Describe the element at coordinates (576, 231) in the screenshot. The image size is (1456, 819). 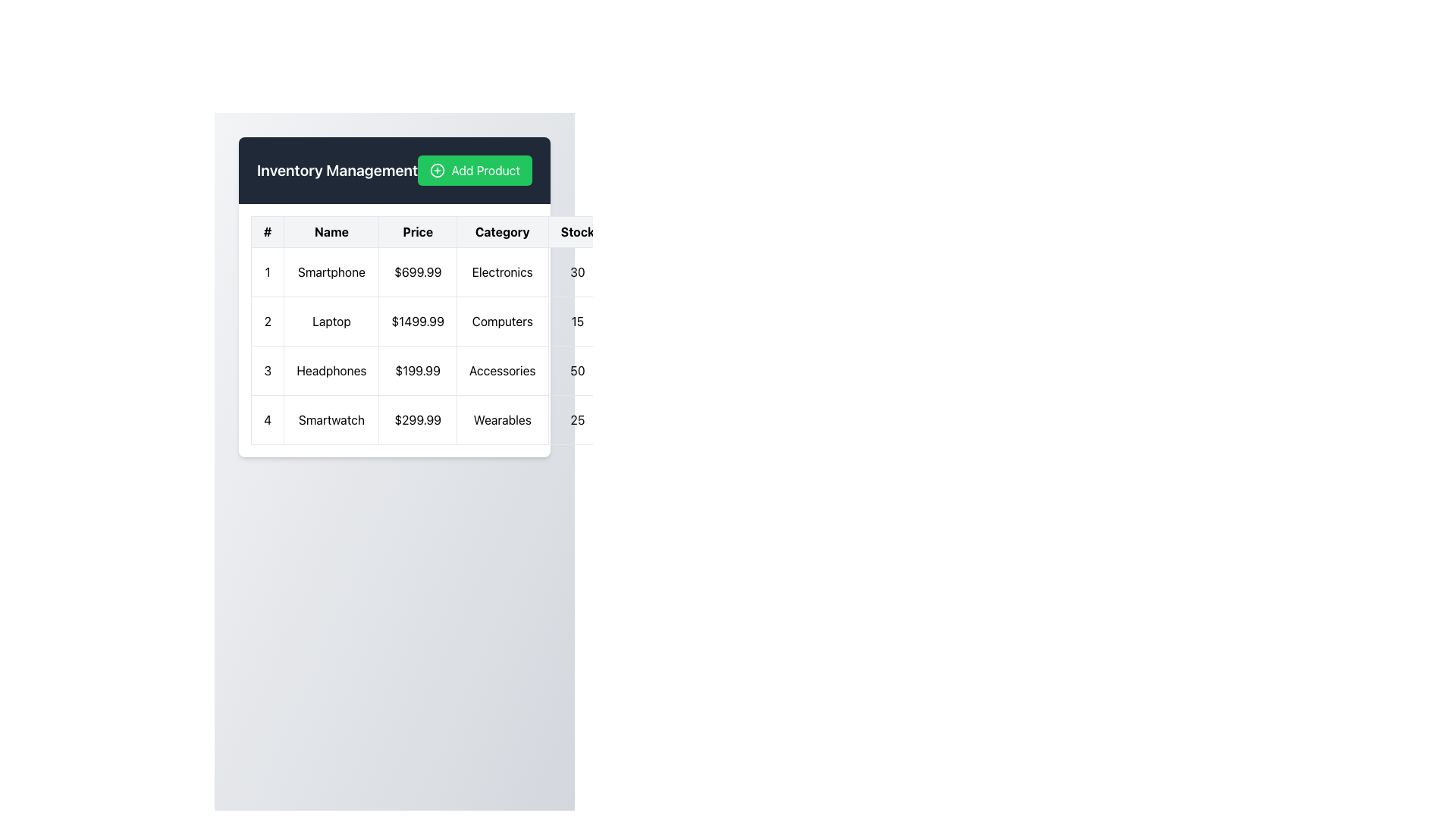
I see `the 'Stock' table header located in the fifth column of the inventory management table` at that location.